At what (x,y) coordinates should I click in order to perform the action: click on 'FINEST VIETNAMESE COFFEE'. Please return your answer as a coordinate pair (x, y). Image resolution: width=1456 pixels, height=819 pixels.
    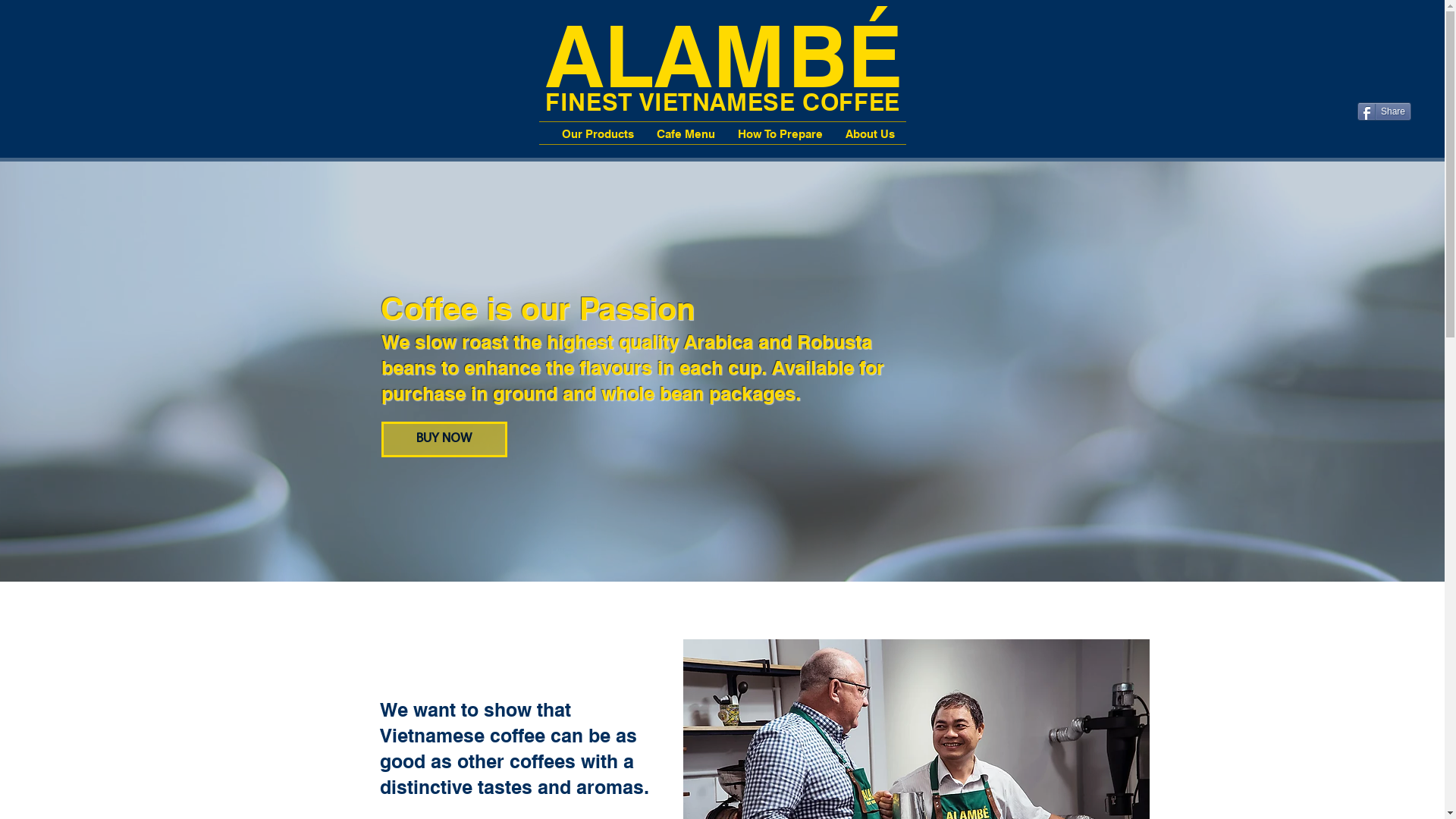
    Looking at the image, I should click on (722, 99).